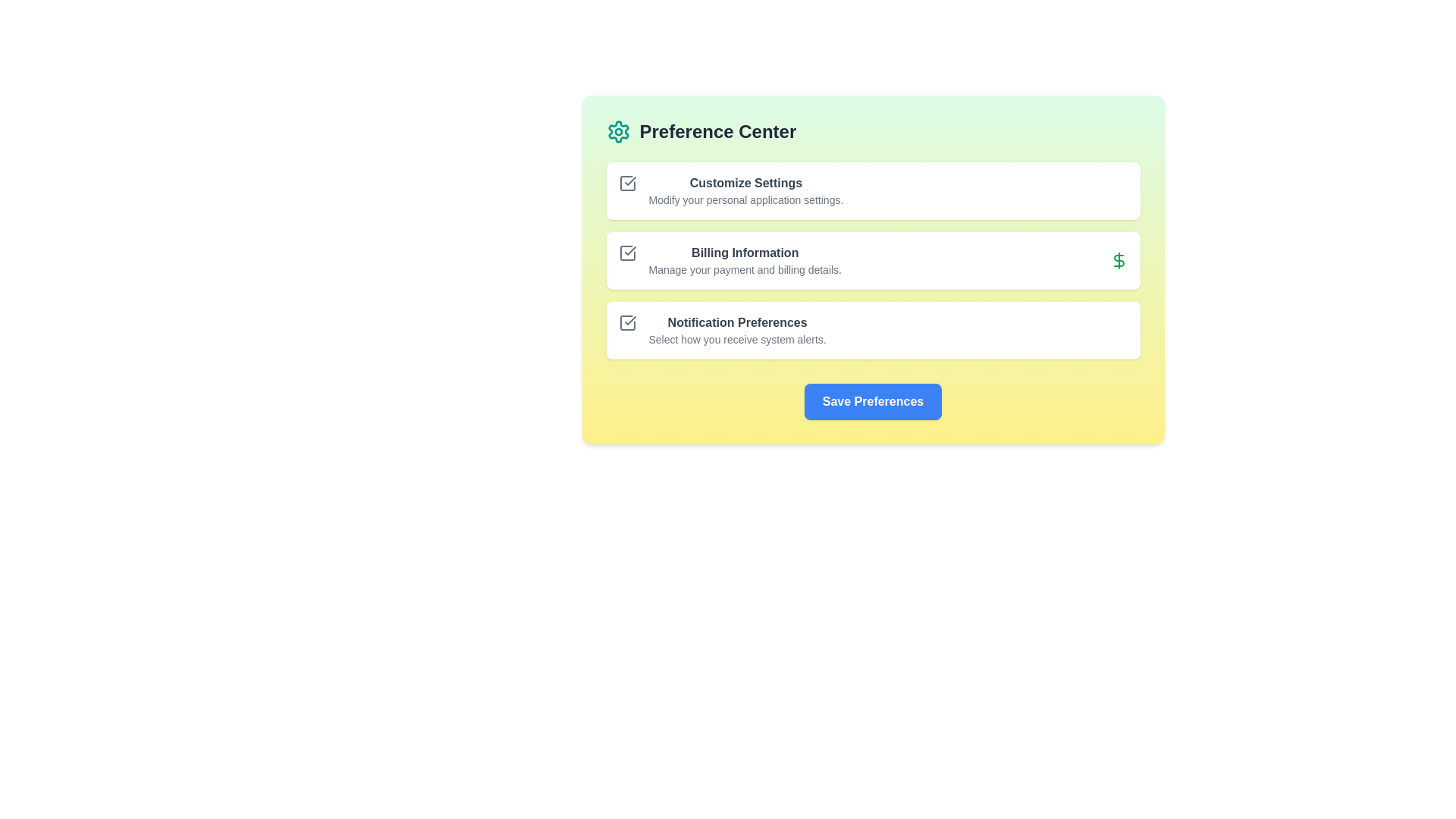  What do you see at coordinates (627, 322) in the screenshot?
I see `the decorative icon located to the left of the 'Notification Preferences' text option` at bounding box center [627, 322].